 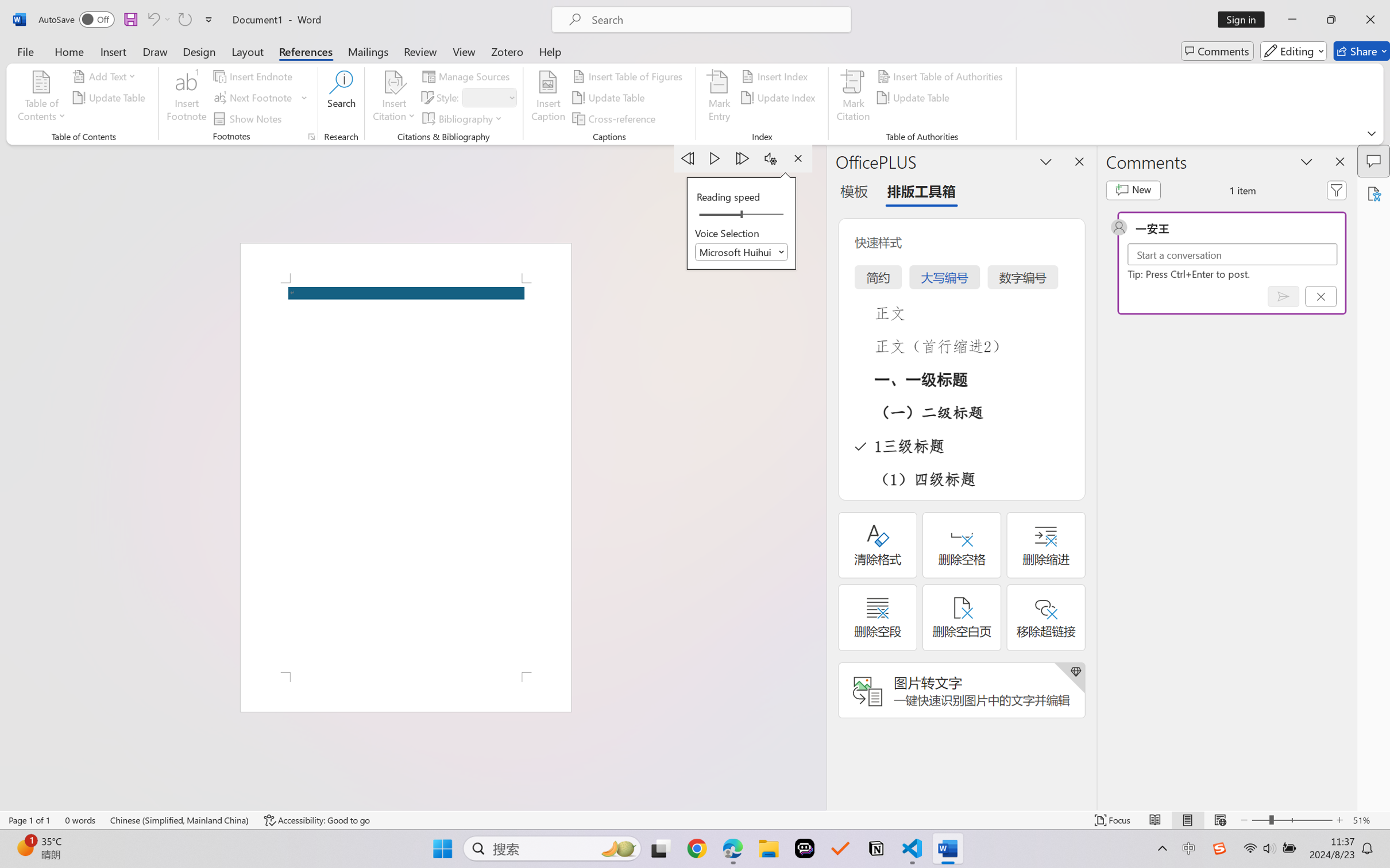 What do you see at coordinates (941, 75) in the screenshot?
I see `'Insert Table of Authorities...'` at bounding box center [941, 75].